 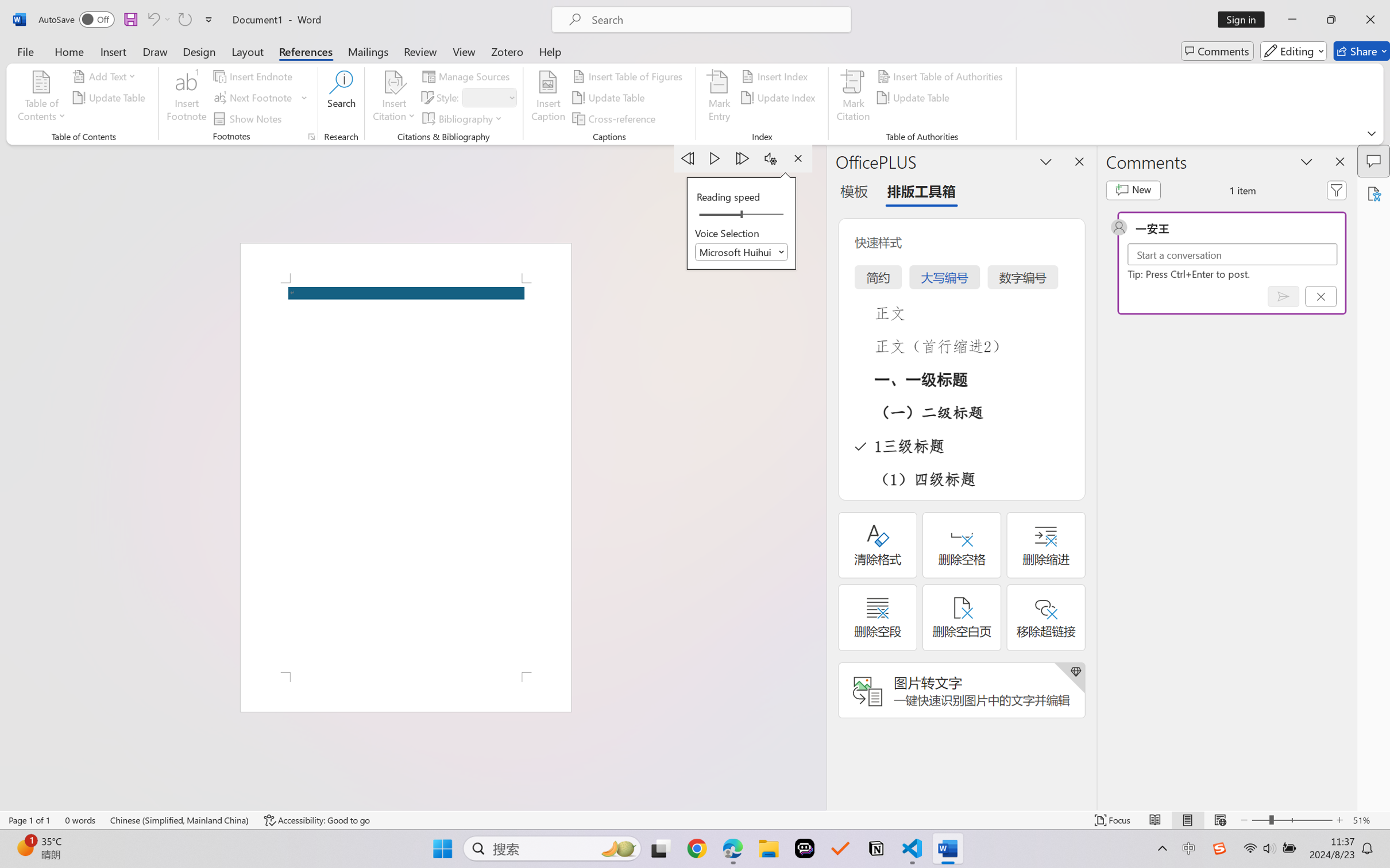 What do you see at coordinates (941, 75) in the screenshot?
I see `'Insert Table of Authorities...'` at bounding box center [941, 75].